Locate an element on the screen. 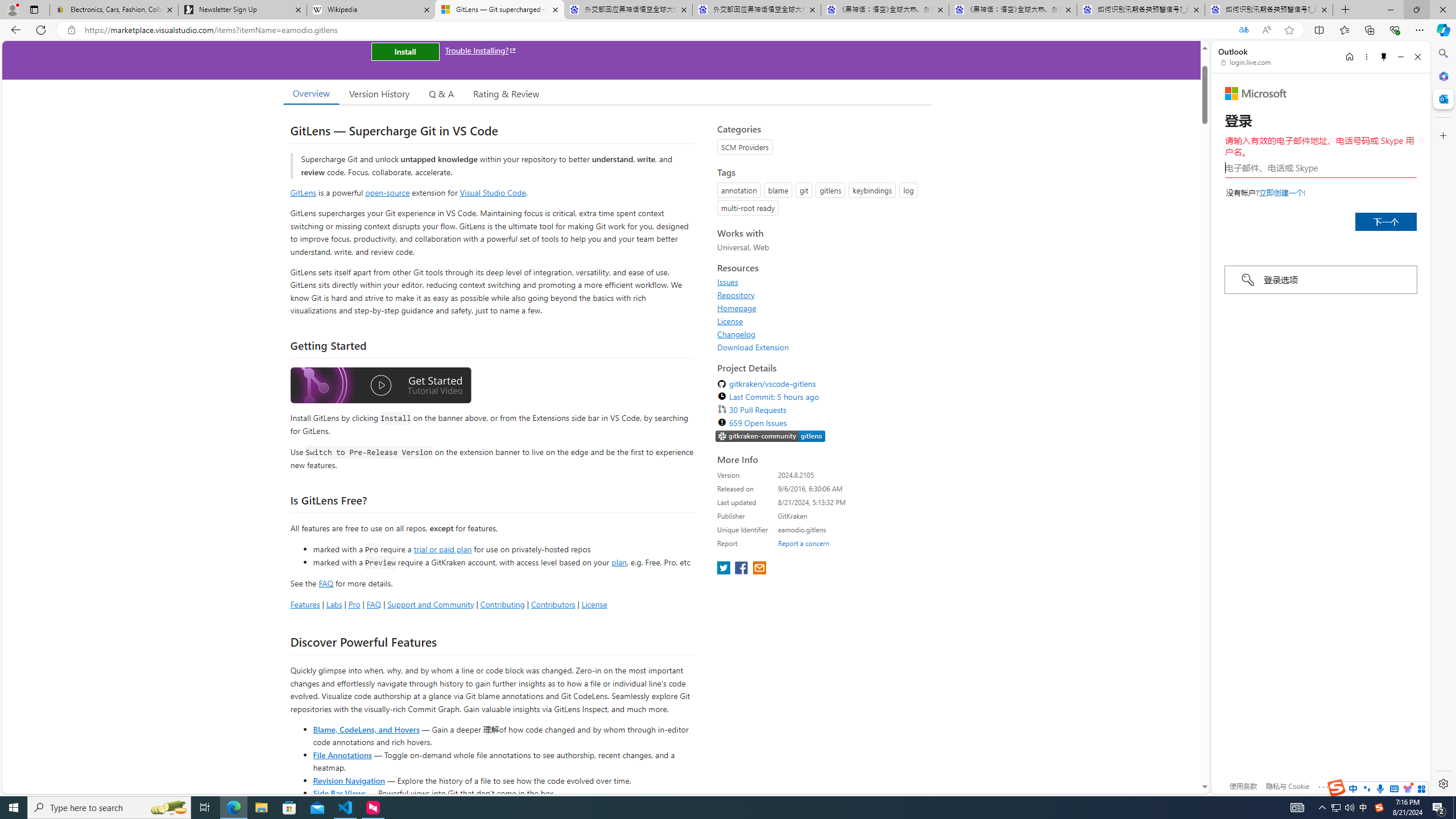 The height and width of the screenshot is (819, 1456). 'Q & A' is located at coordinates (441, 93).